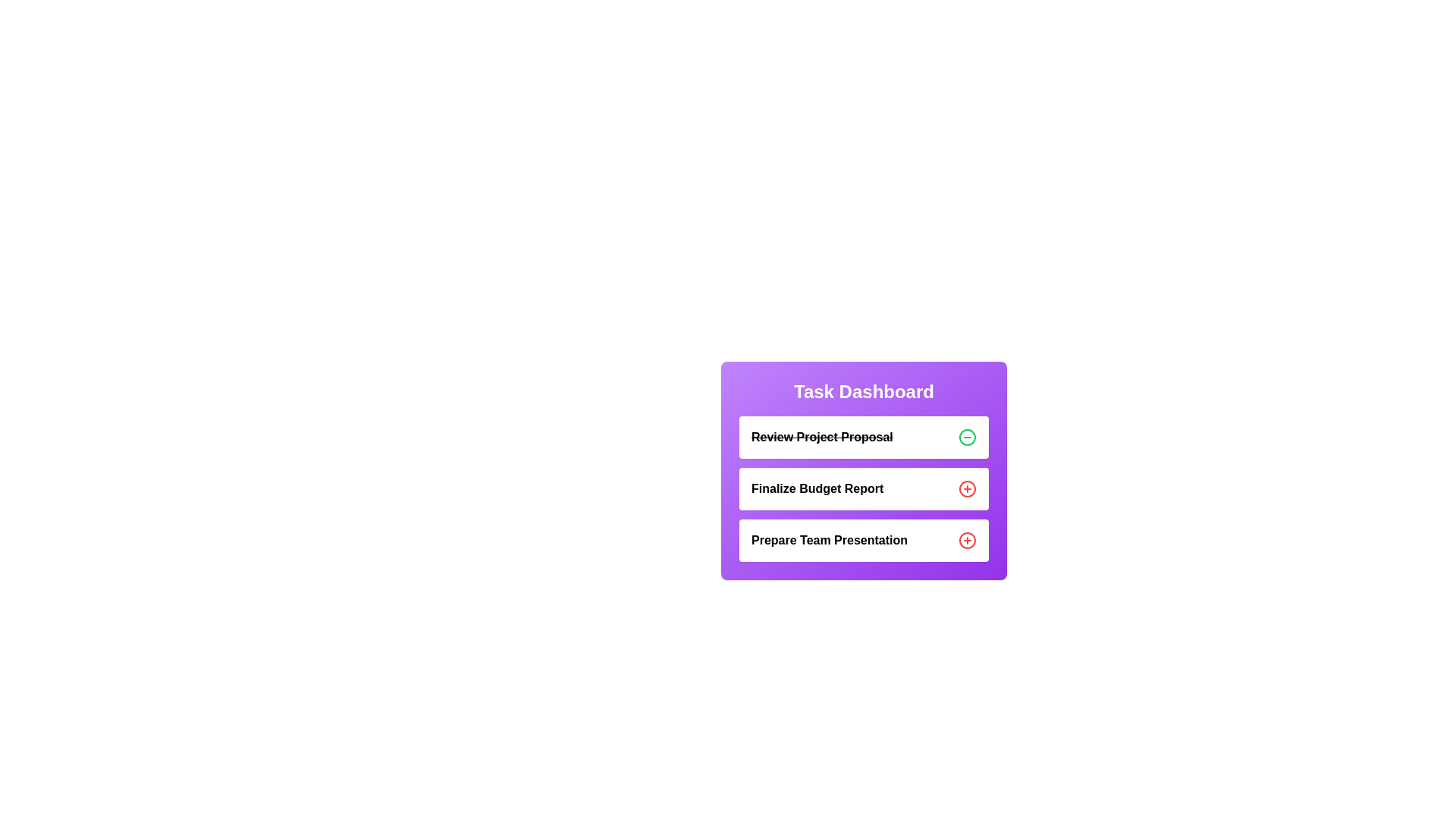 This screenshot has height=819, width=1456. I want to click on the button next to the task "Prepare Team Presentation" to toggle its state, so click(967, 540).